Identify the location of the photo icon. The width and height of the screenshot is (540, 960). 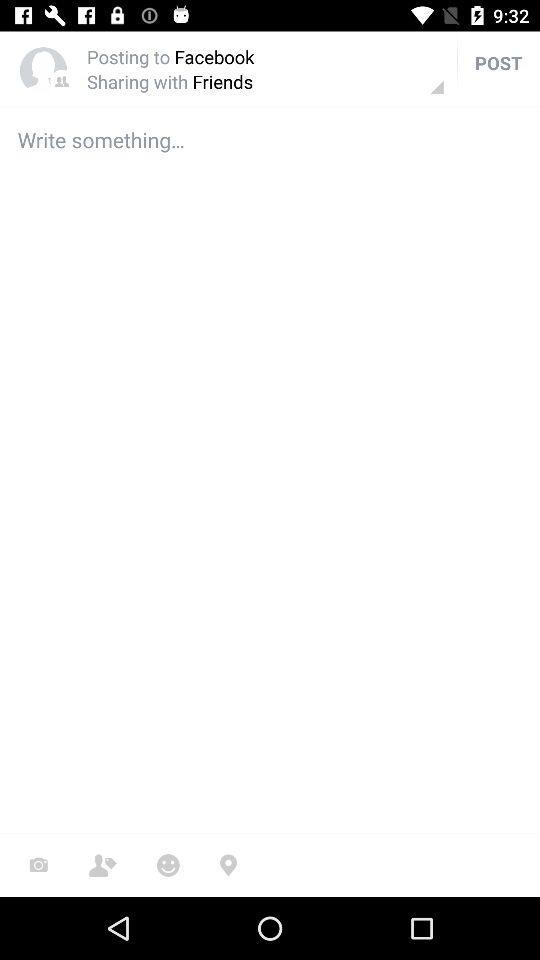
(38, 864).